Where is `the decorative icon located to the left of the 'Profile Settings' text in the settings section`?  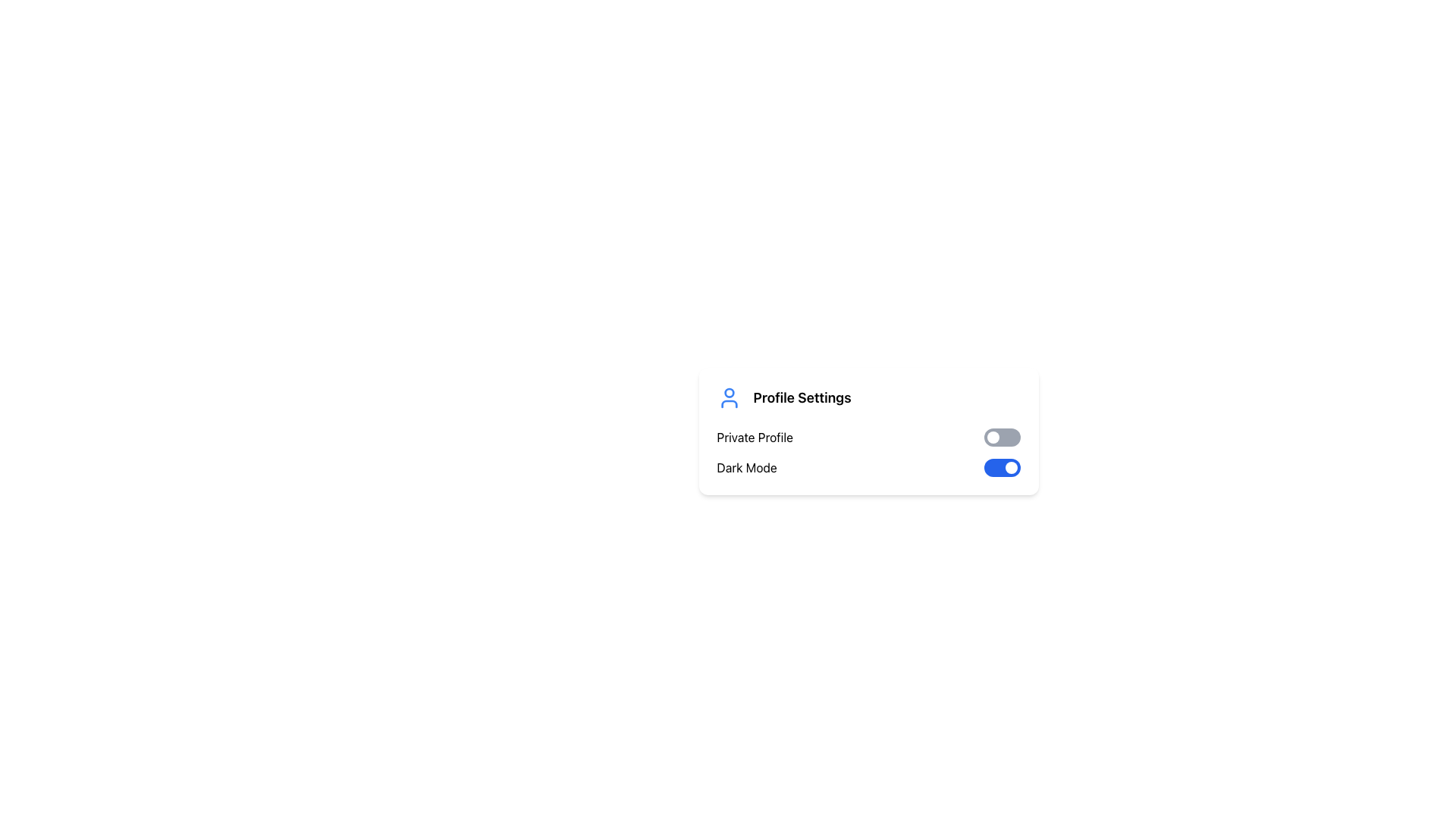
the decorative icon located to the left of the 'Profile Settings' text in the settings section is located at coordinates (729, 397).